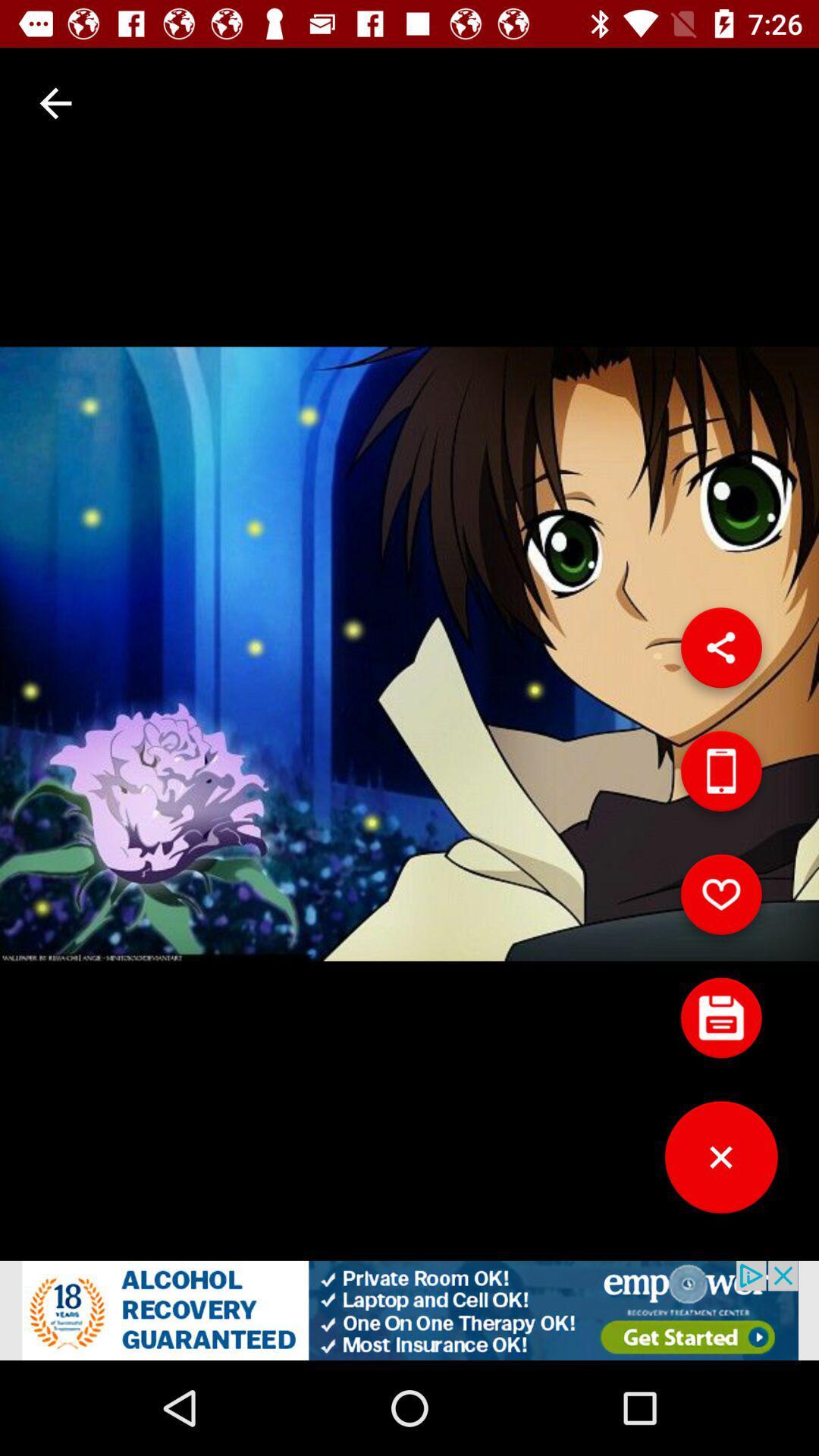 Image resolution: width=819 pixels, height=1456 pixels. I want to click on button option, so click(720, 1024).